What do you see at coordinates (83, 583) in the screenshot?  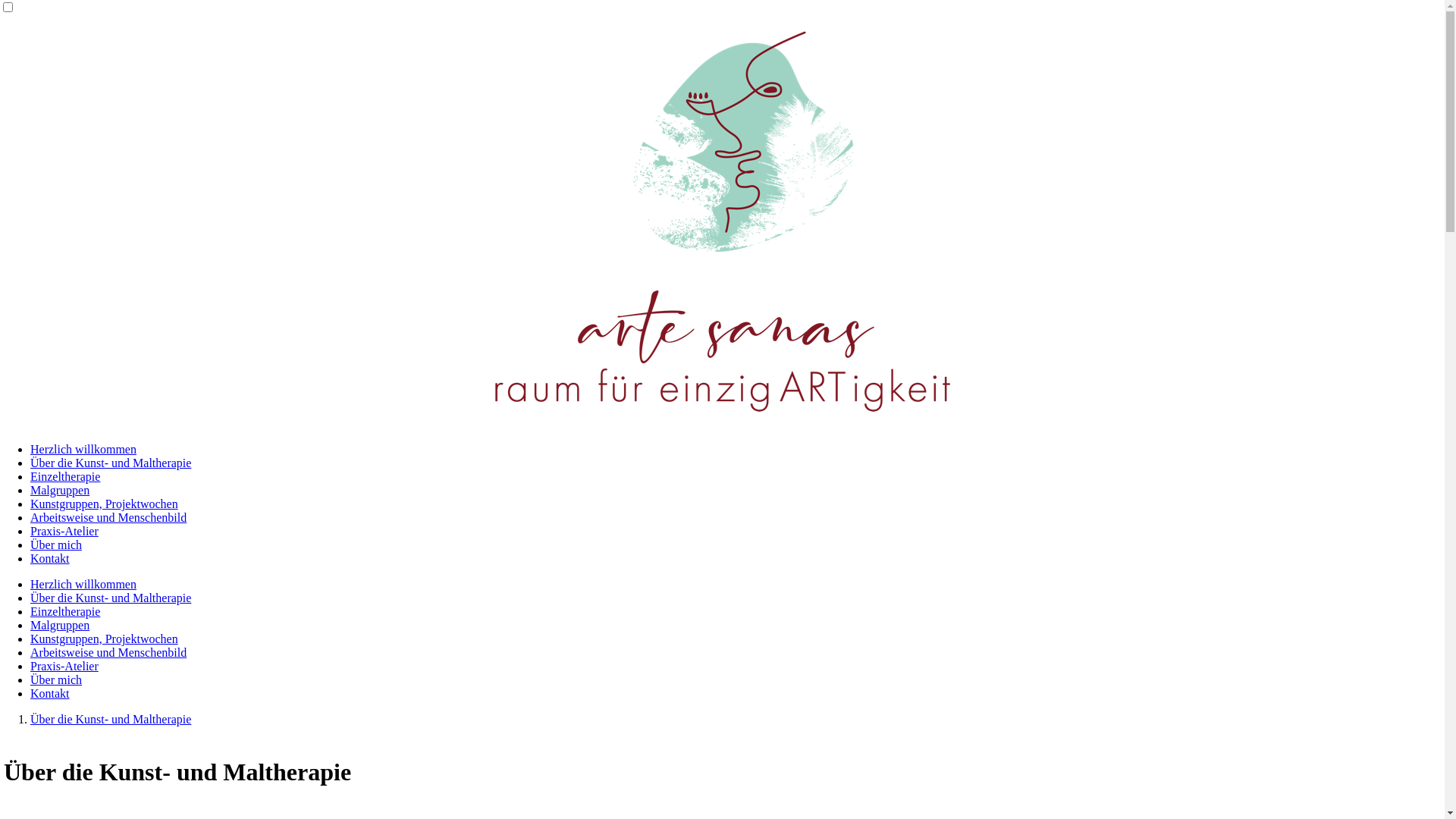 I see `'Herzlich willkommen'` at bounding box center [83, 583].